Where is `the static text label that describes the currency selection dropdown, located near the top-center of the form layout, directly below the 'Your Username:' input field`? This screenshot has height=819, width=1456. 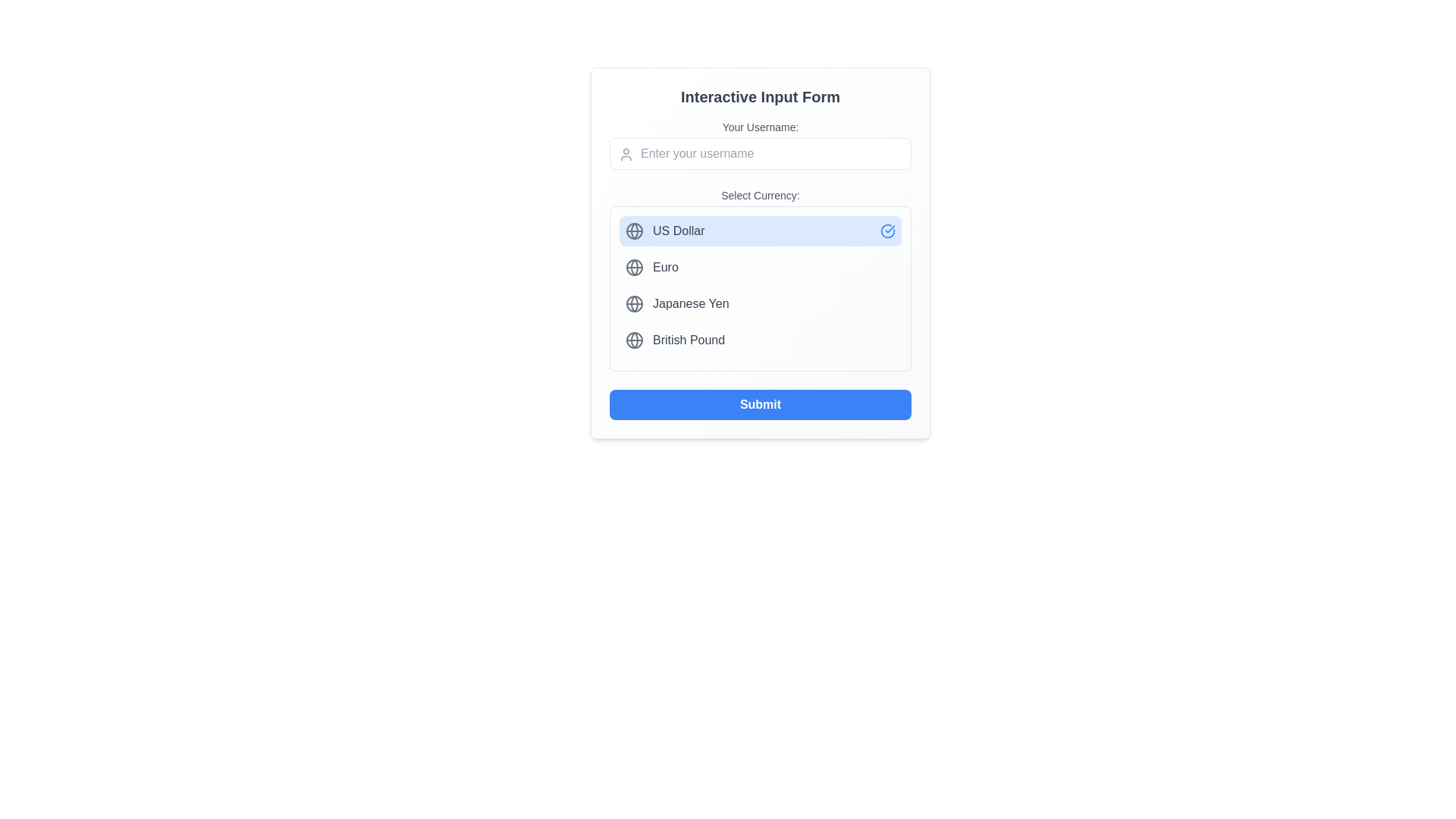
the static text label that describes the currency selection dropdown, located near the top-center of the form layout, directly below the 'Your Username:' input field is located at coordinates (761, 195).